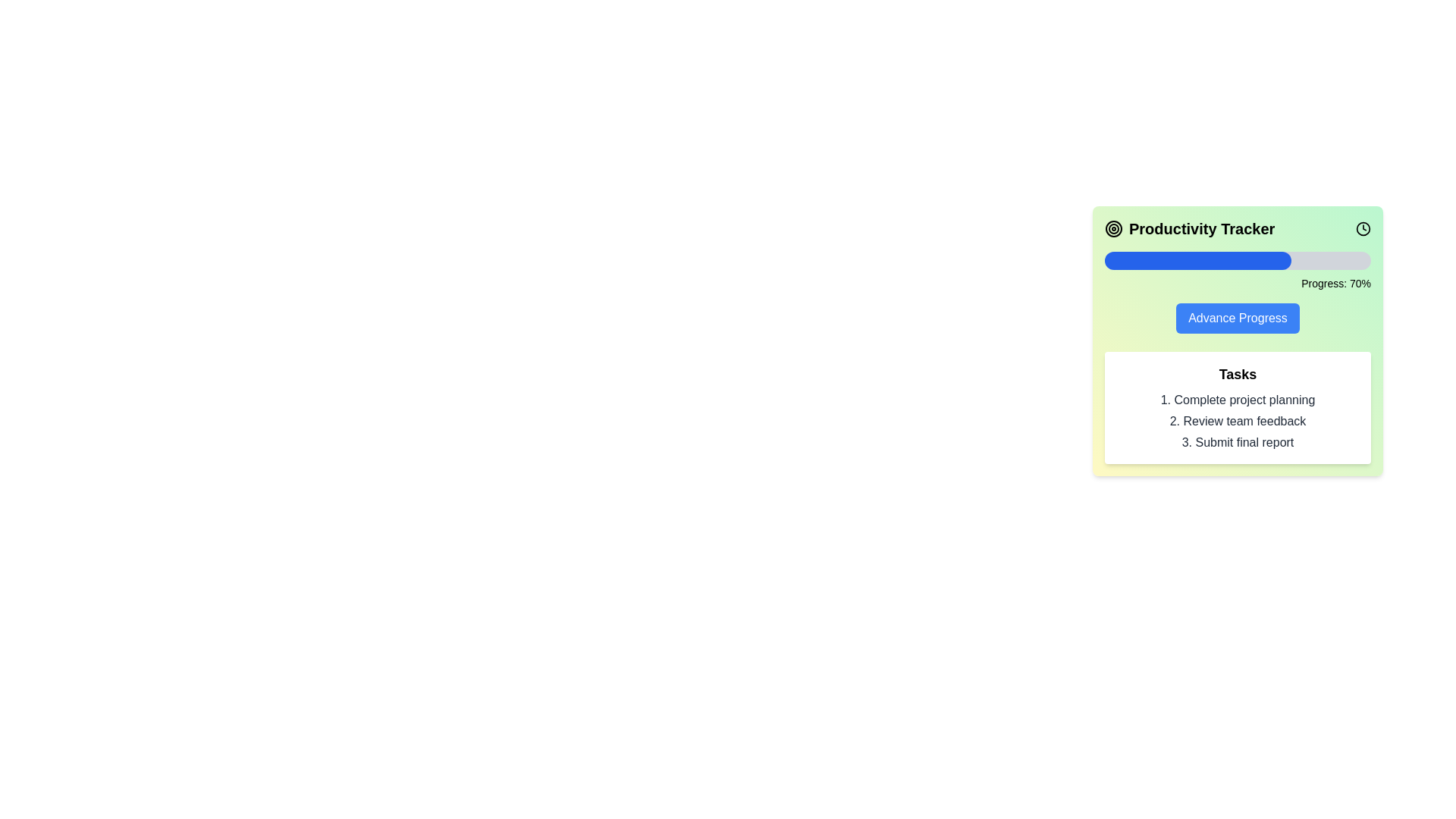  Describe the element at coordinates (1238, 400) in the screenshot. I see `the Text Label that displays information about the first task in the 'Tasks' section of the 'Productivity Tracker' card` at that location.